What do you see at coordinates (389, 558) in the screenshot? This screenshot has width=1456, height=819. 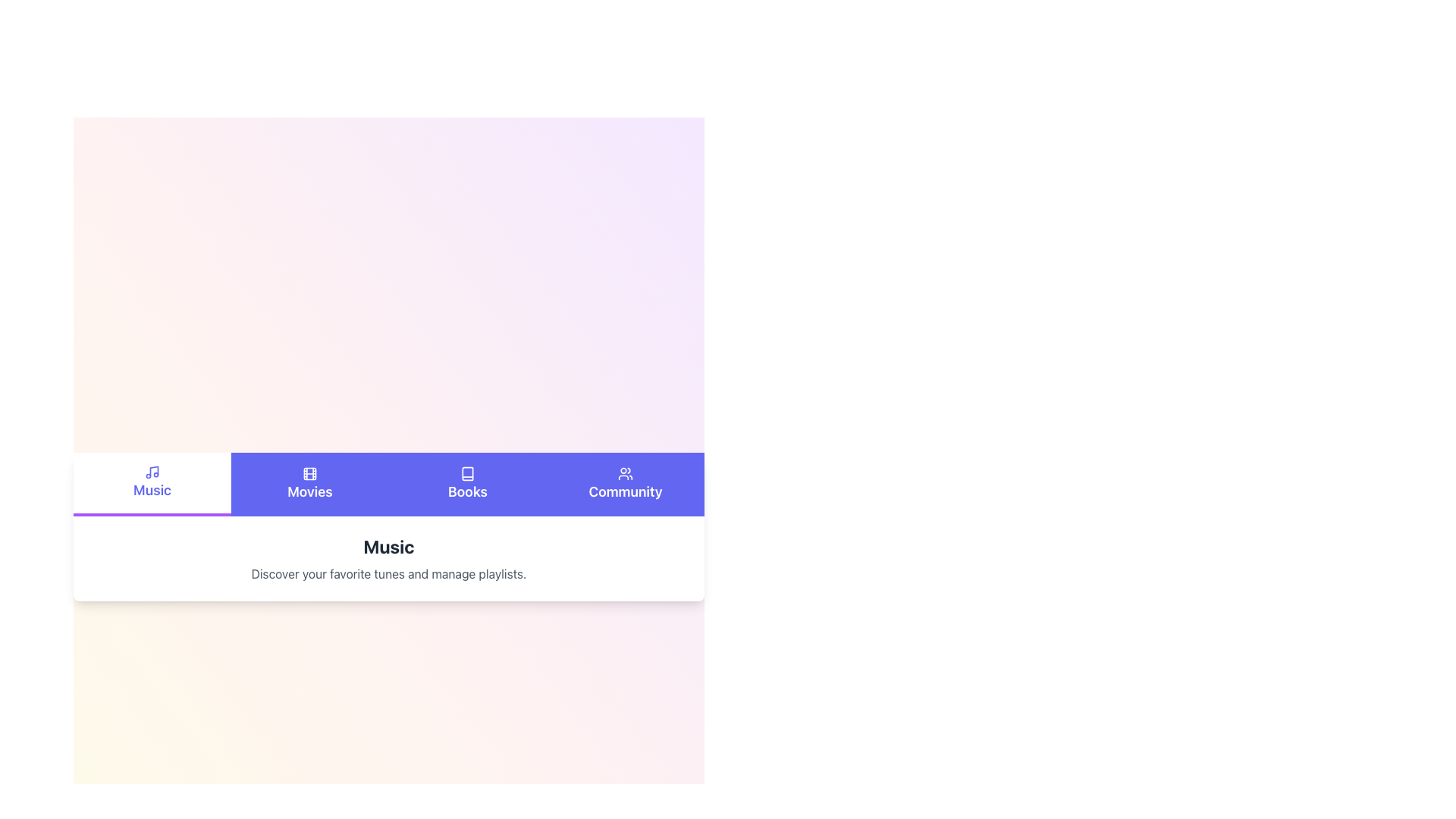 I see `text-based informational banner located below the navigation bar, which describes the features of the 'Music' section` at bounding box center [389, 558].